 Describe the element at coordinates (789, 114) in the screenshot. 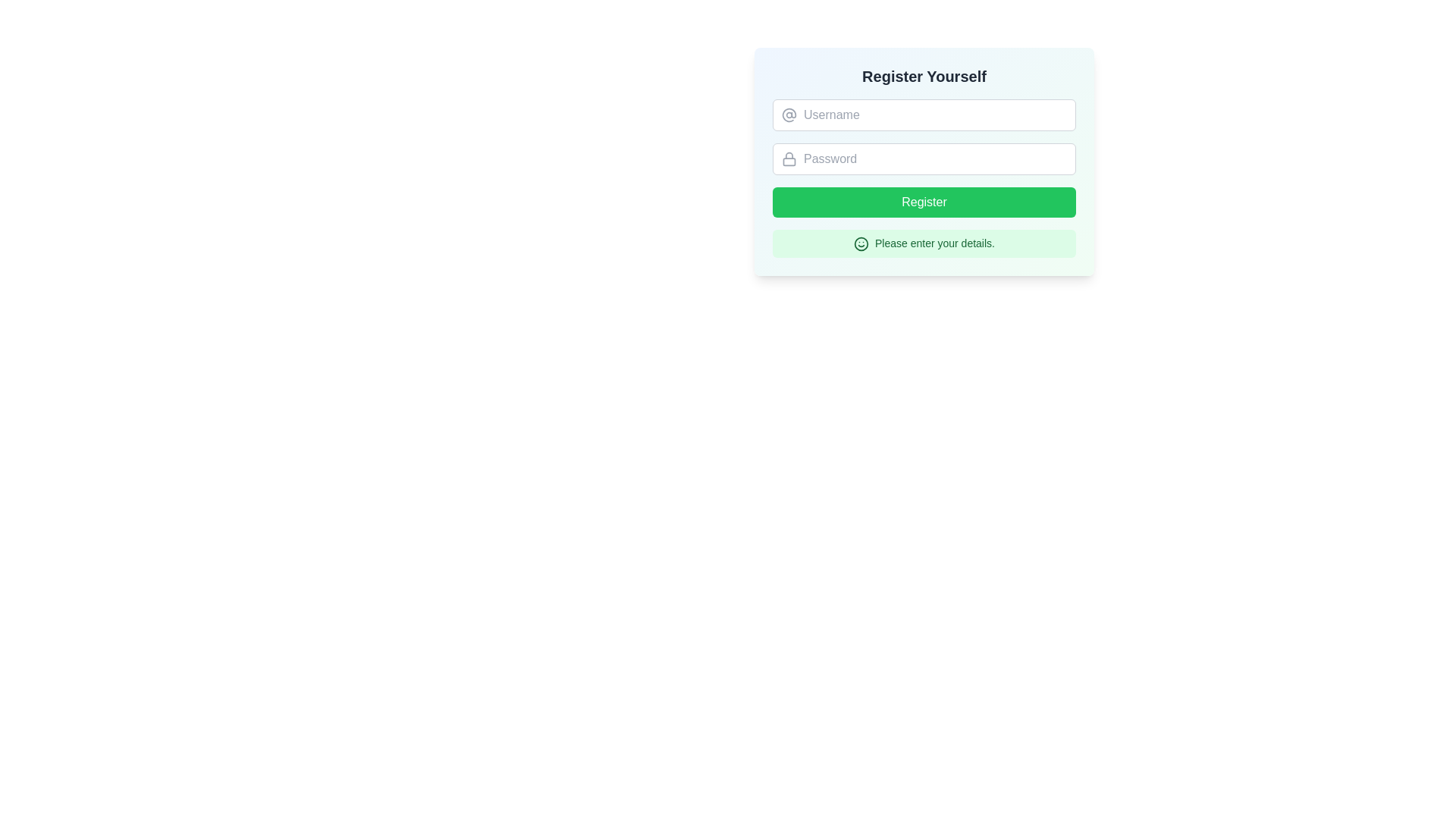

I see `the circular '@' icon located on the left side of the 'Username' input field` at that location.